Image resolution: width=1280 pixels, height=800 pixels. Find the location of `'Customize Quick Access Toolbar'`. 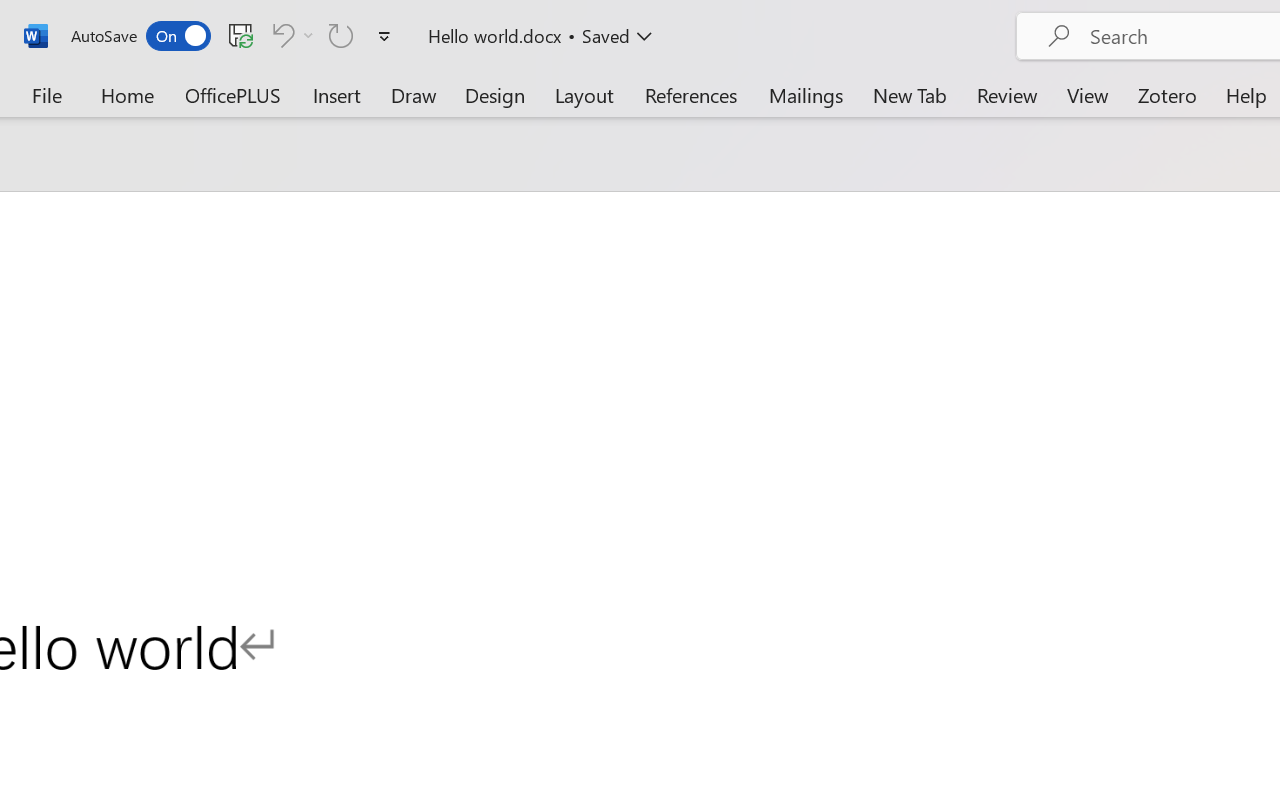

'Customize Quick Access Toolbar' is located at coordinates (384, 35).